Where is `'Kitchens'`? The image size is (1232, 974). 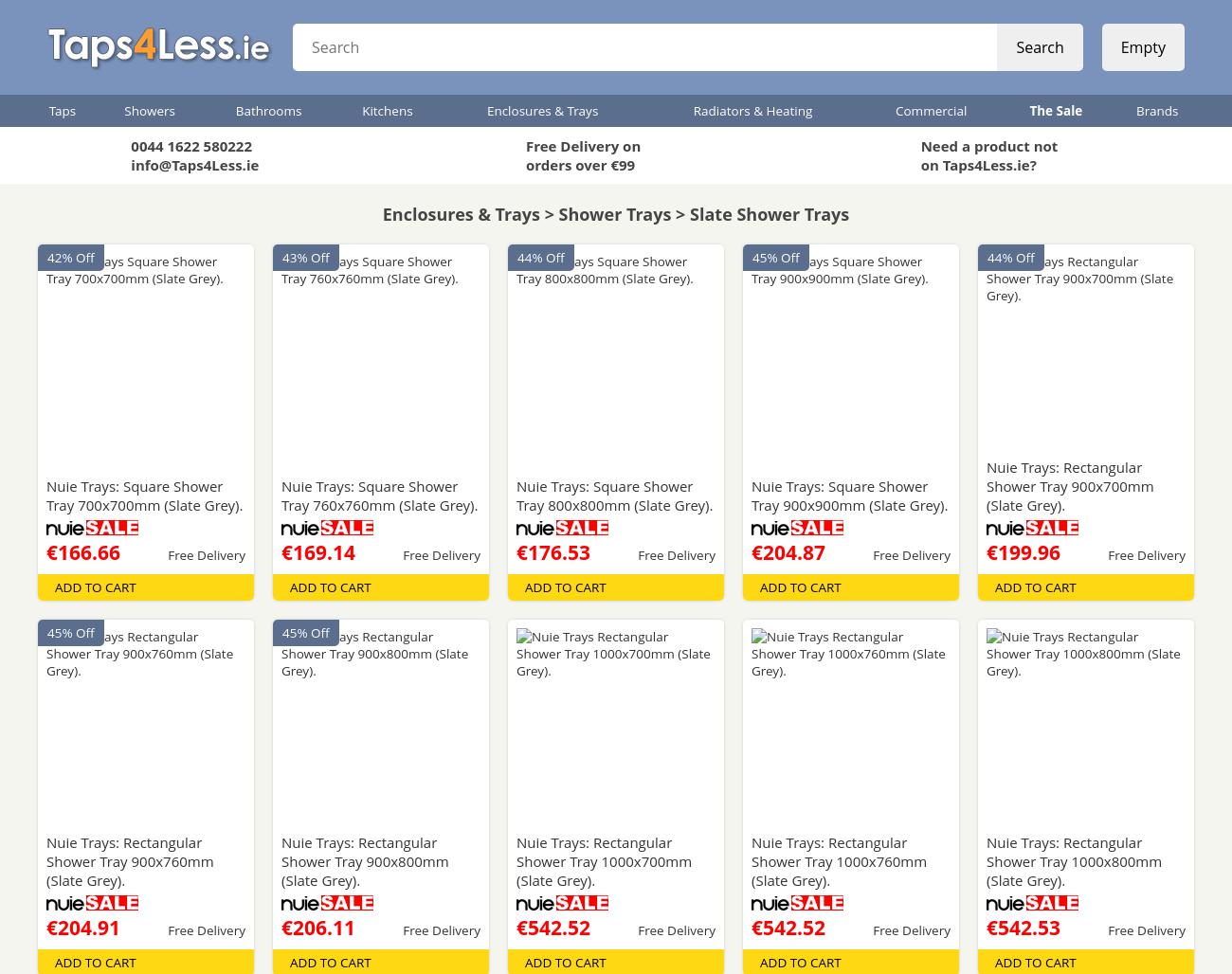
'Kitchens' is located at coordinates (387, 109).